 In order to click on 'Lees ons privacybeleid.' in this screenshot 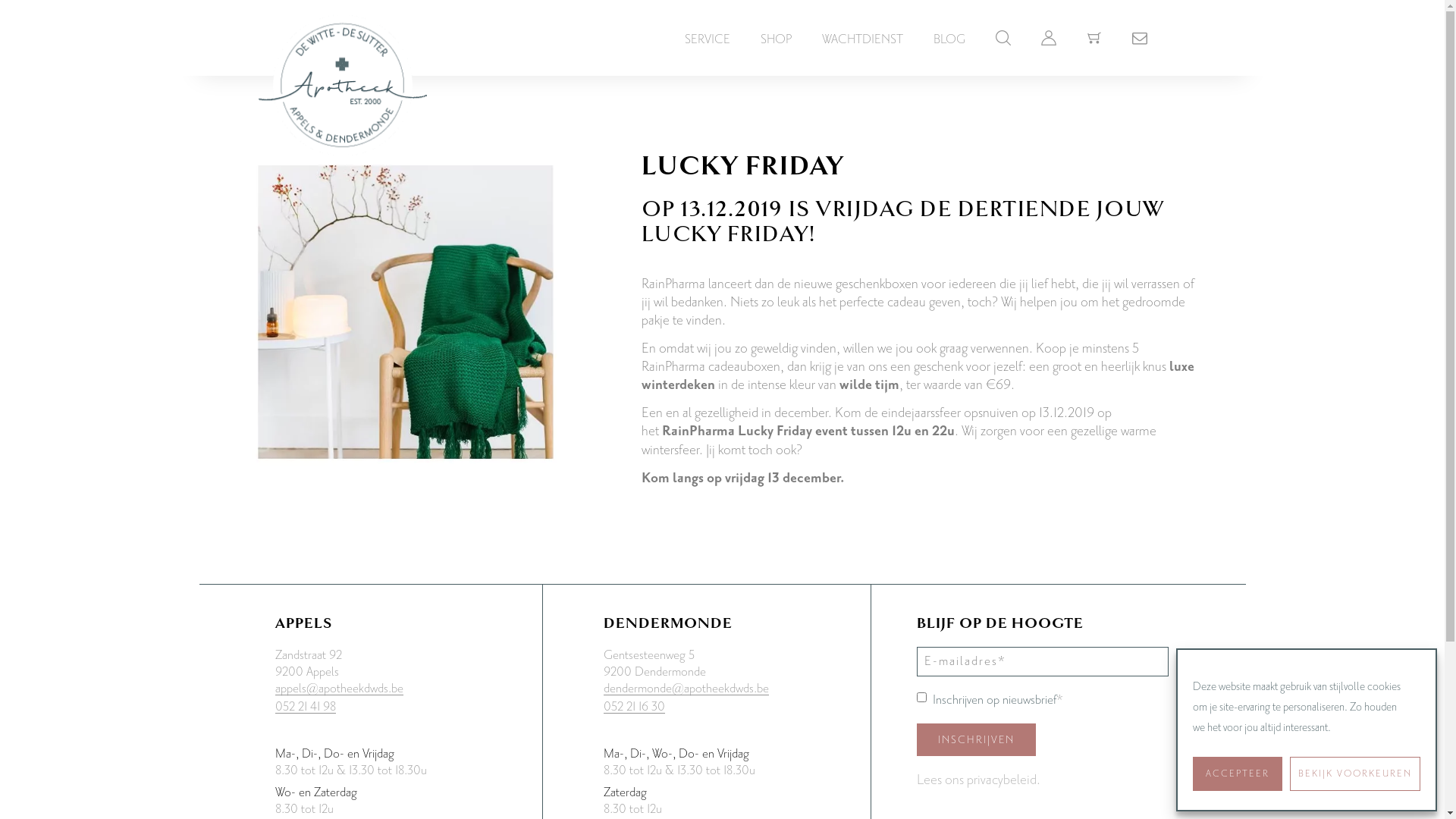, I will do `click(978, 780)`.